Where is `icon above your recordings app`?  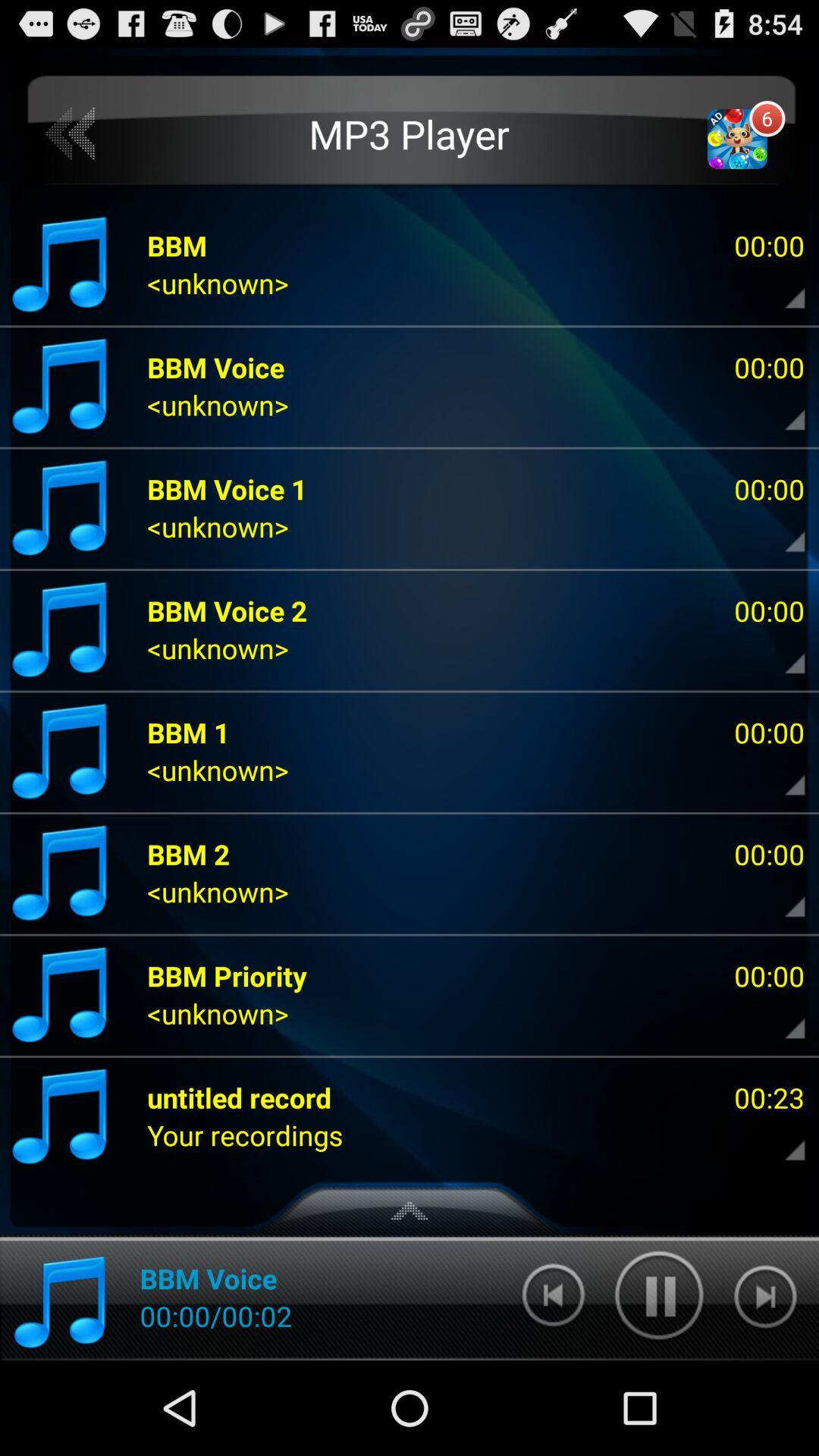
icon above your recordings app is located at coordinates (239, 1097).